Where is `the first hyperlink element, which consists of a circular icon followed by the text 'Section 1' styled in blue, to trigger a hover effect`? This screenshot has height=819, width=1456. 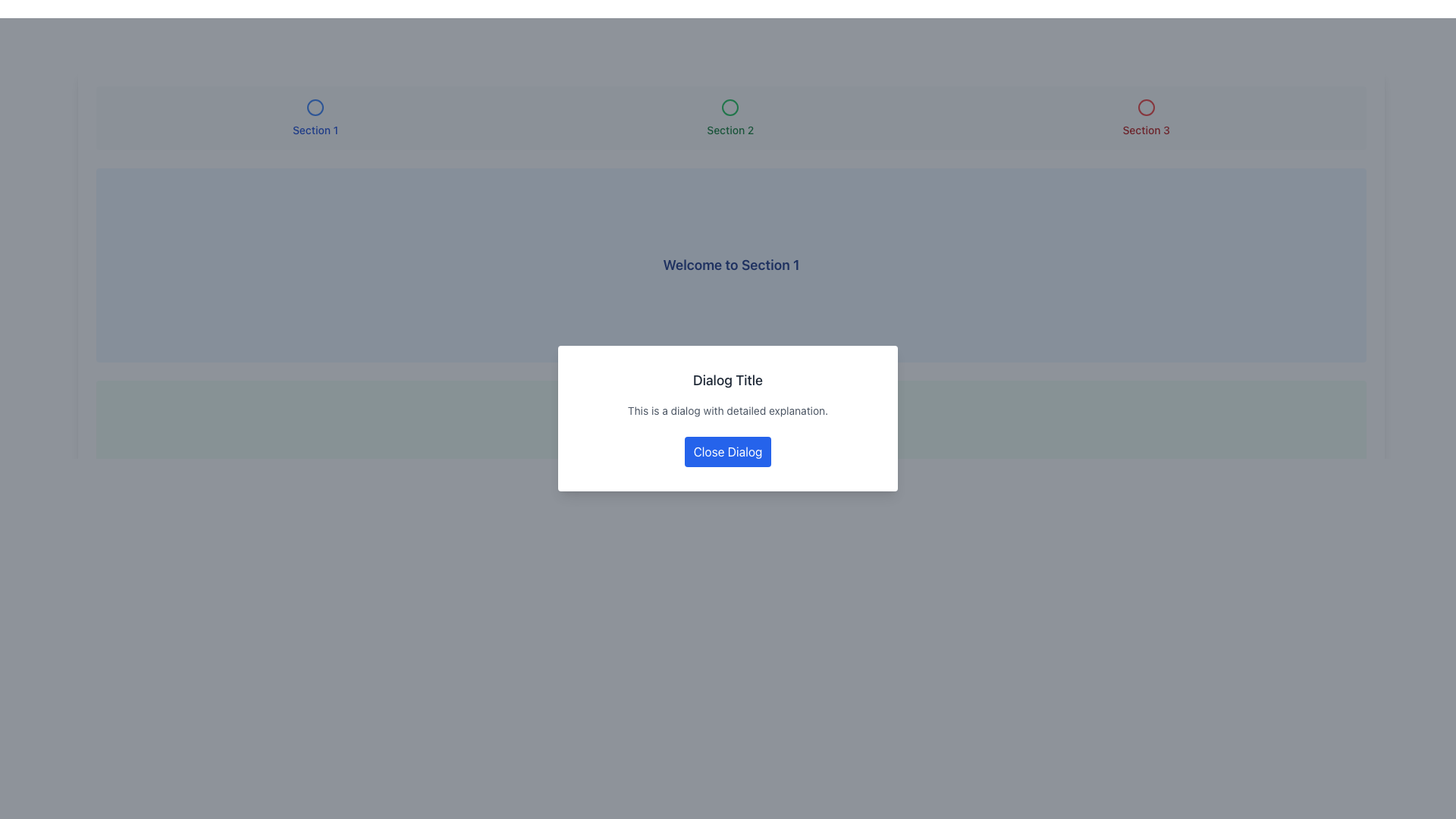
the first hyperlink element, which consists of a circular icon followed by the text 'Section 1' styled in blue, to trigger a hover effect is located at coordinates (315, 117).